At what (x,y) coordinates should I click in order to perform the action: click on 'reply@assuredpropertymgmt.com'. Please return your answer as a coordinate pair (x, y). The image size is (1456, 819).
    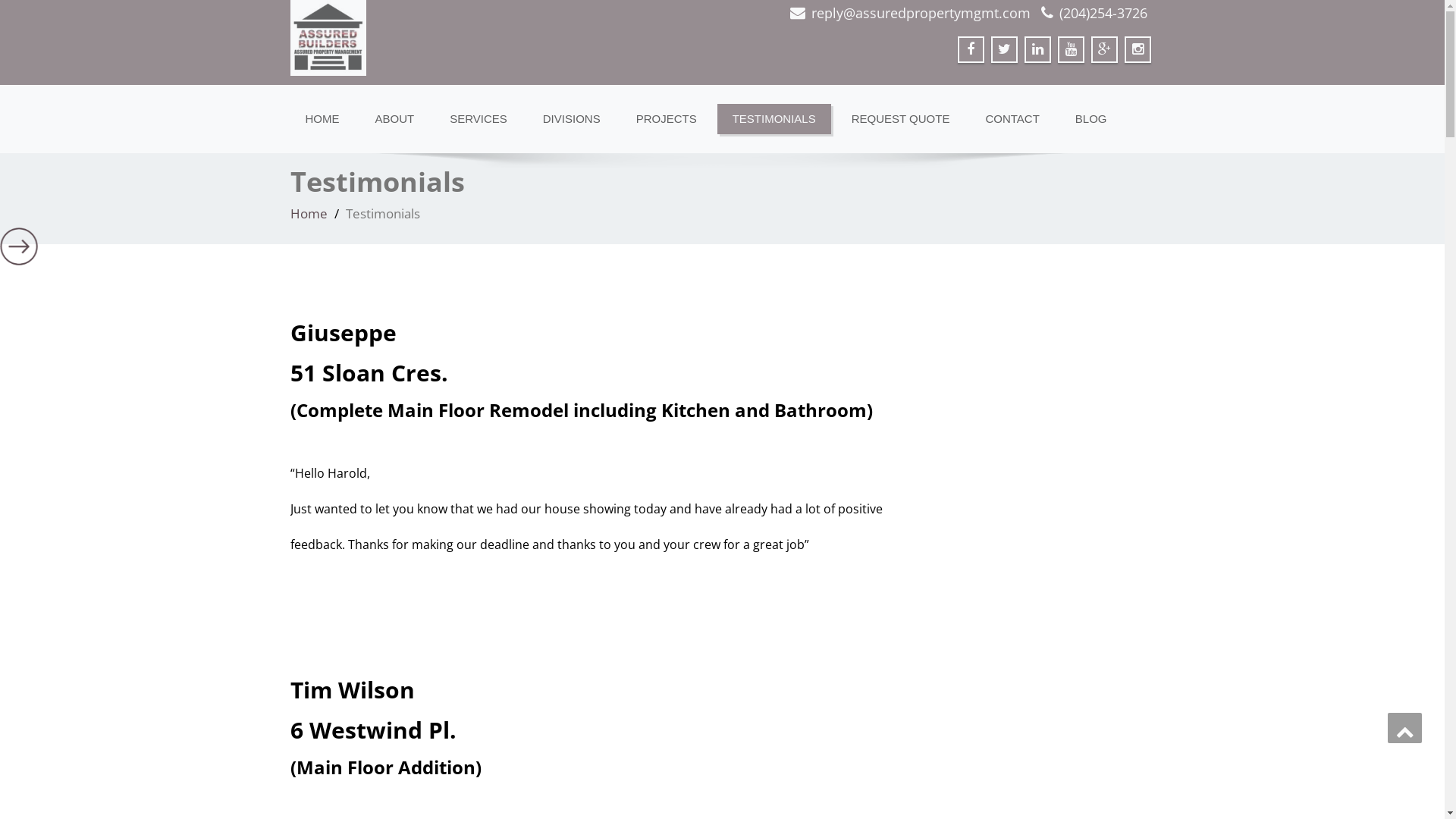
    Looking at the image, I should click on (920, 12).